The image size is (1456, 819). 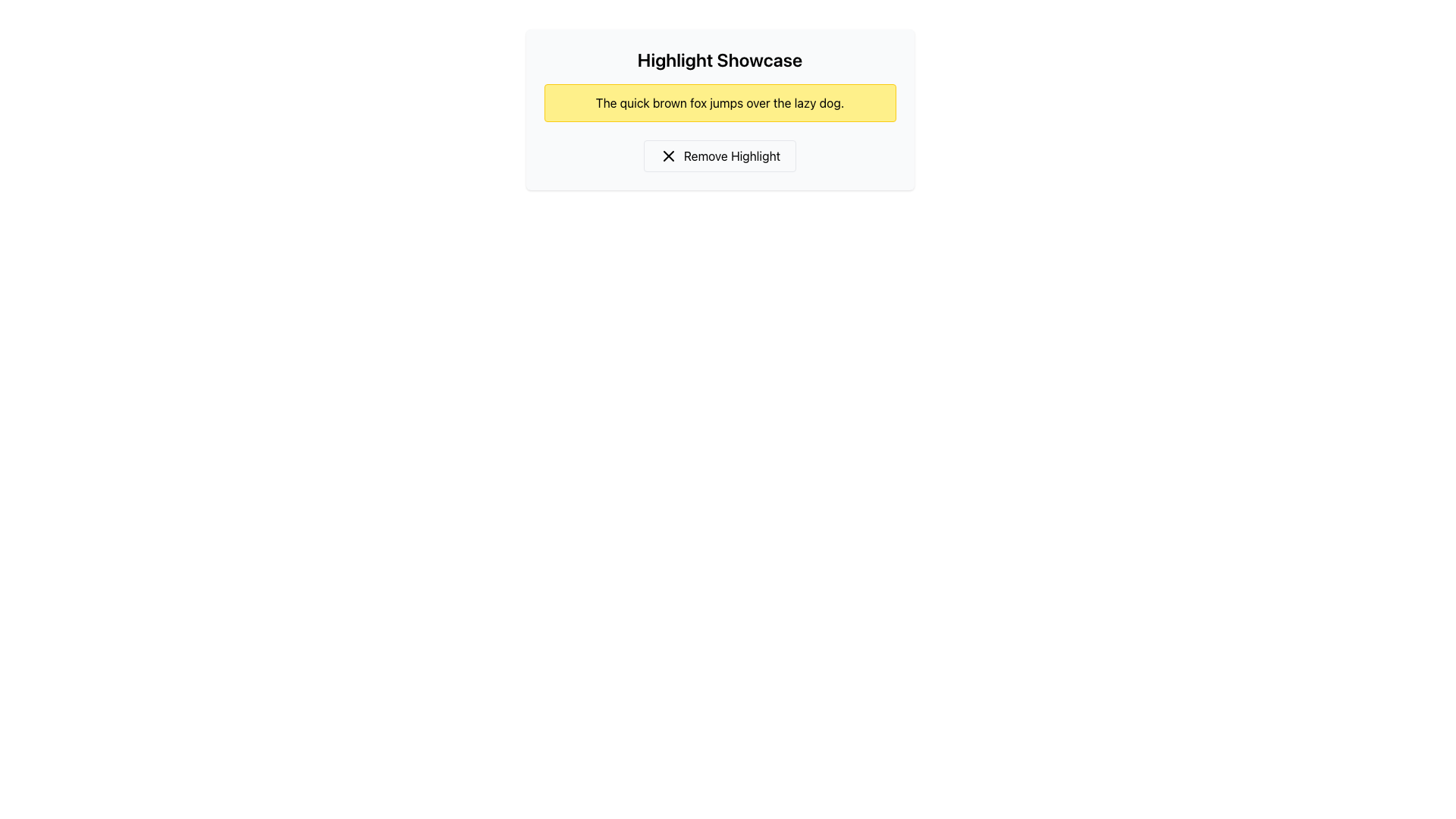 I want to click on the 'Remove Highlight' button located at the bottom of the 'Highlight Showcase' section, so click(x=719, y=155).